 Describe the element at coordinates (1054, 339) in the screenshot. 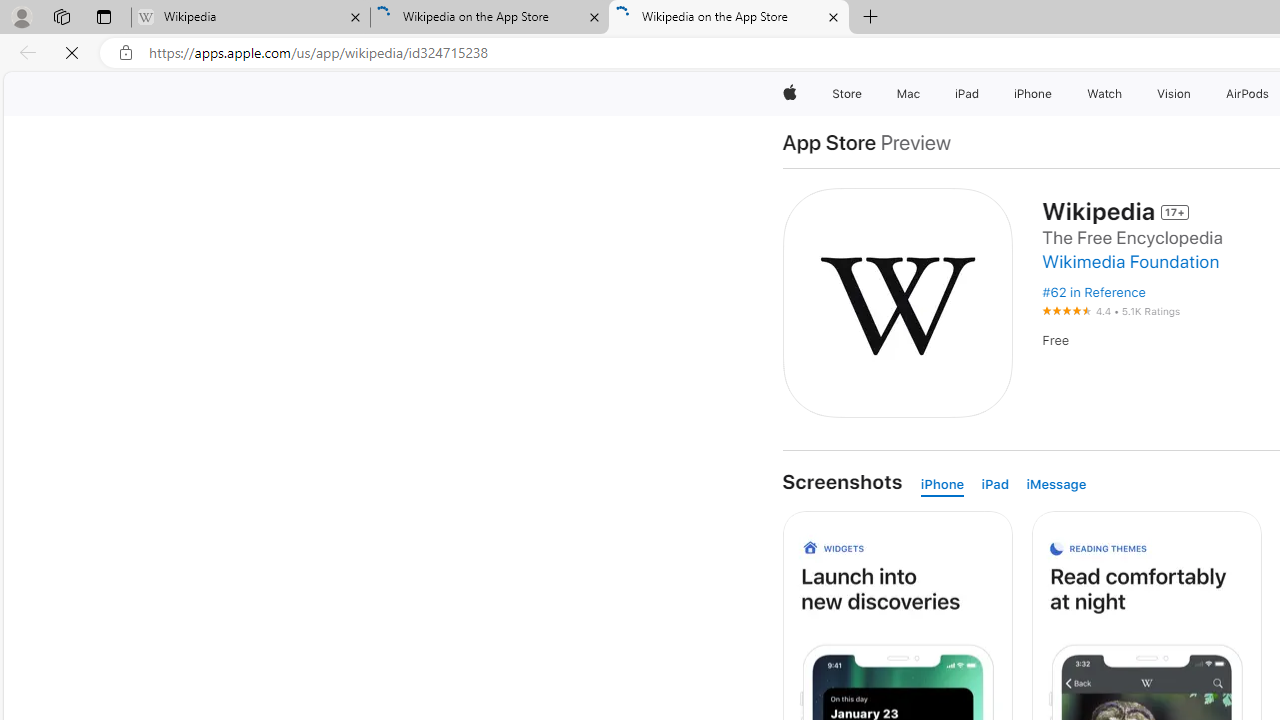

I see `'Free'` at that location.